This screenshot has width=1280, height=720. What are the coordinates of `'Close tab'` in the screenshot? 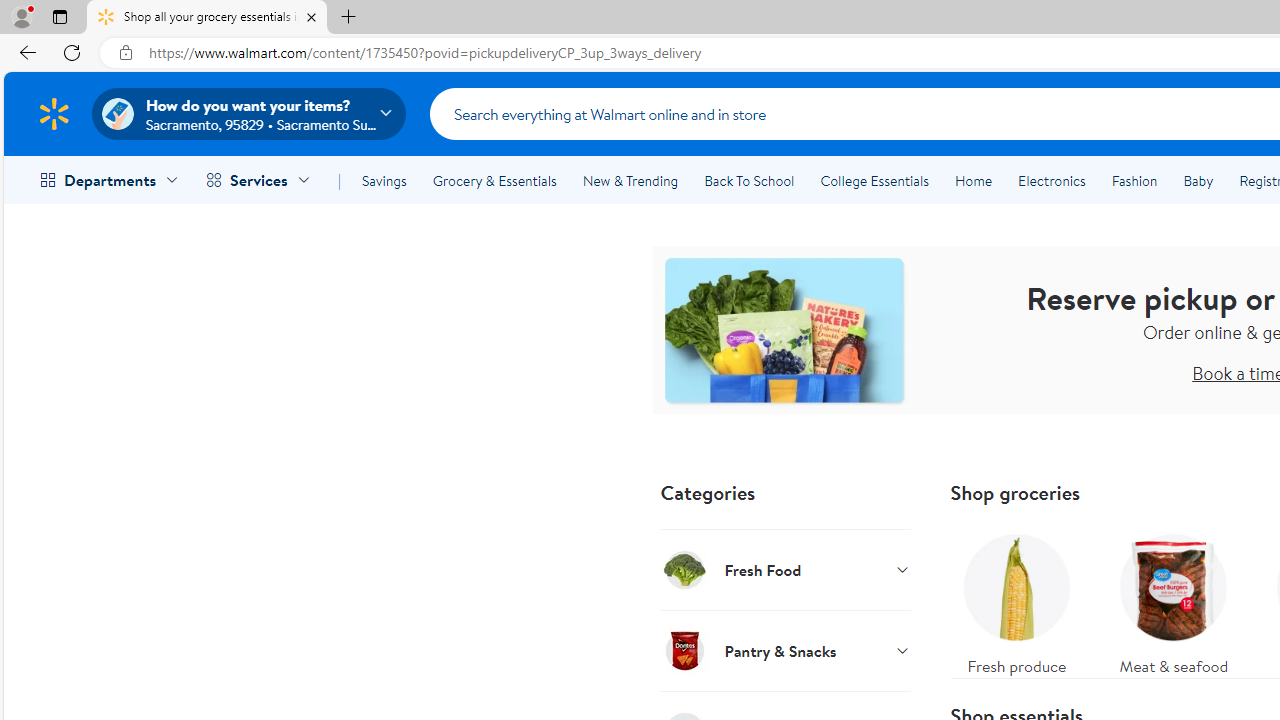 It's located at (310, 17).